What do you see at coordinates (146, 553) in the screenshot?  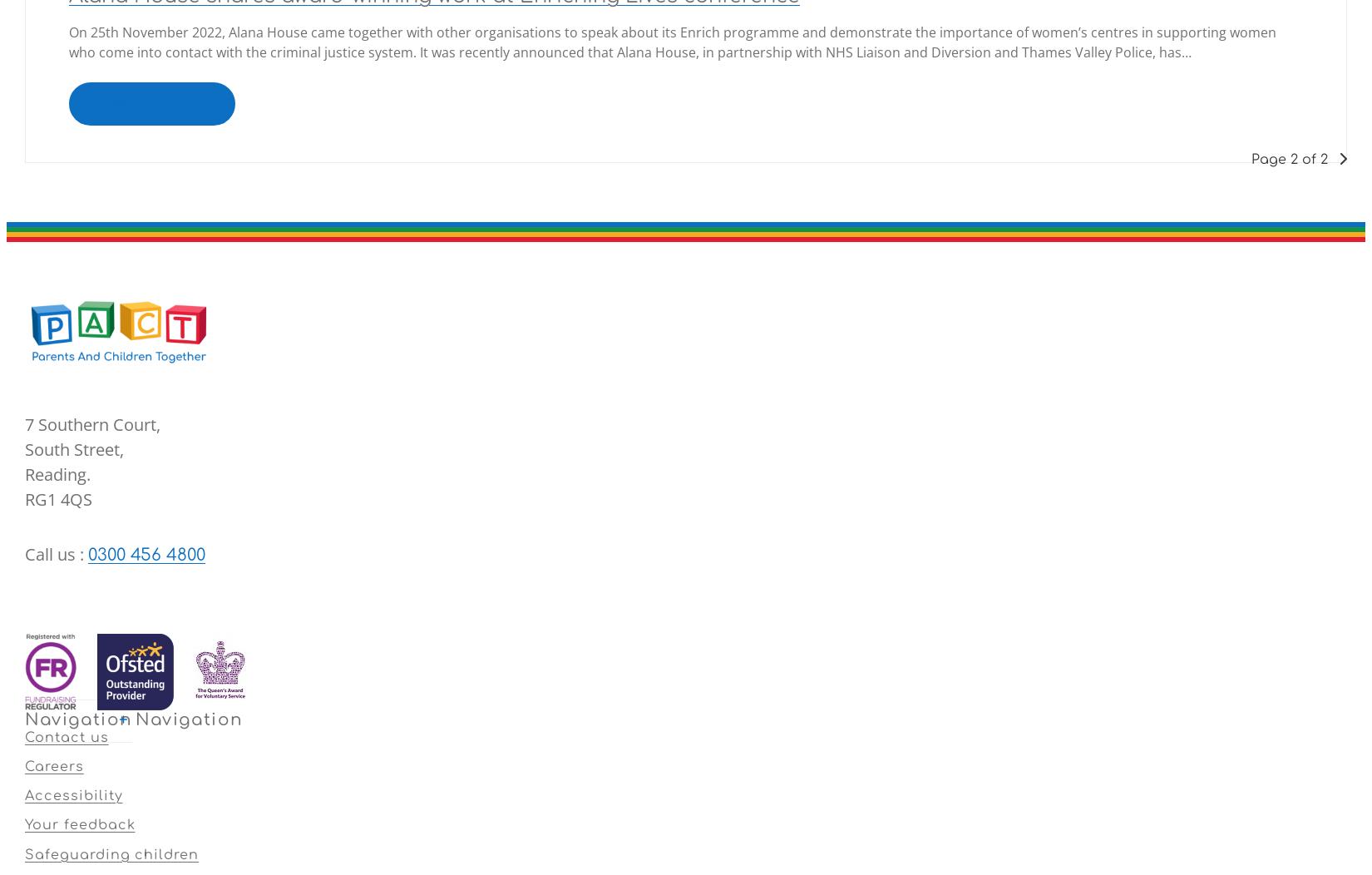 I see `'0300 456 4800'` at bounding box center [146, 553].